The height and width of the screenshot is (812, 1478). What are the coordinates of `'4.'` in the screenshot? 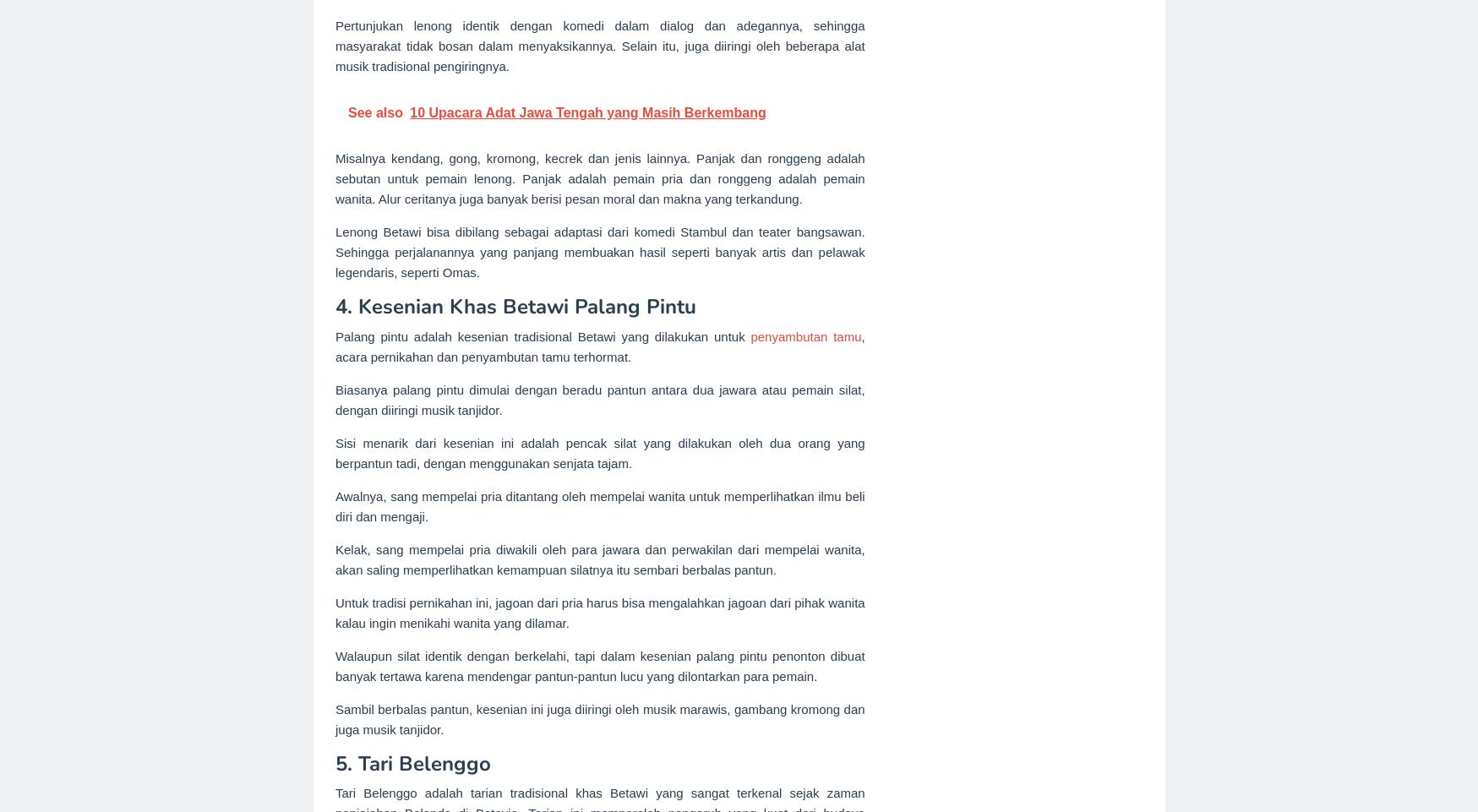 It's located at (346, 305).